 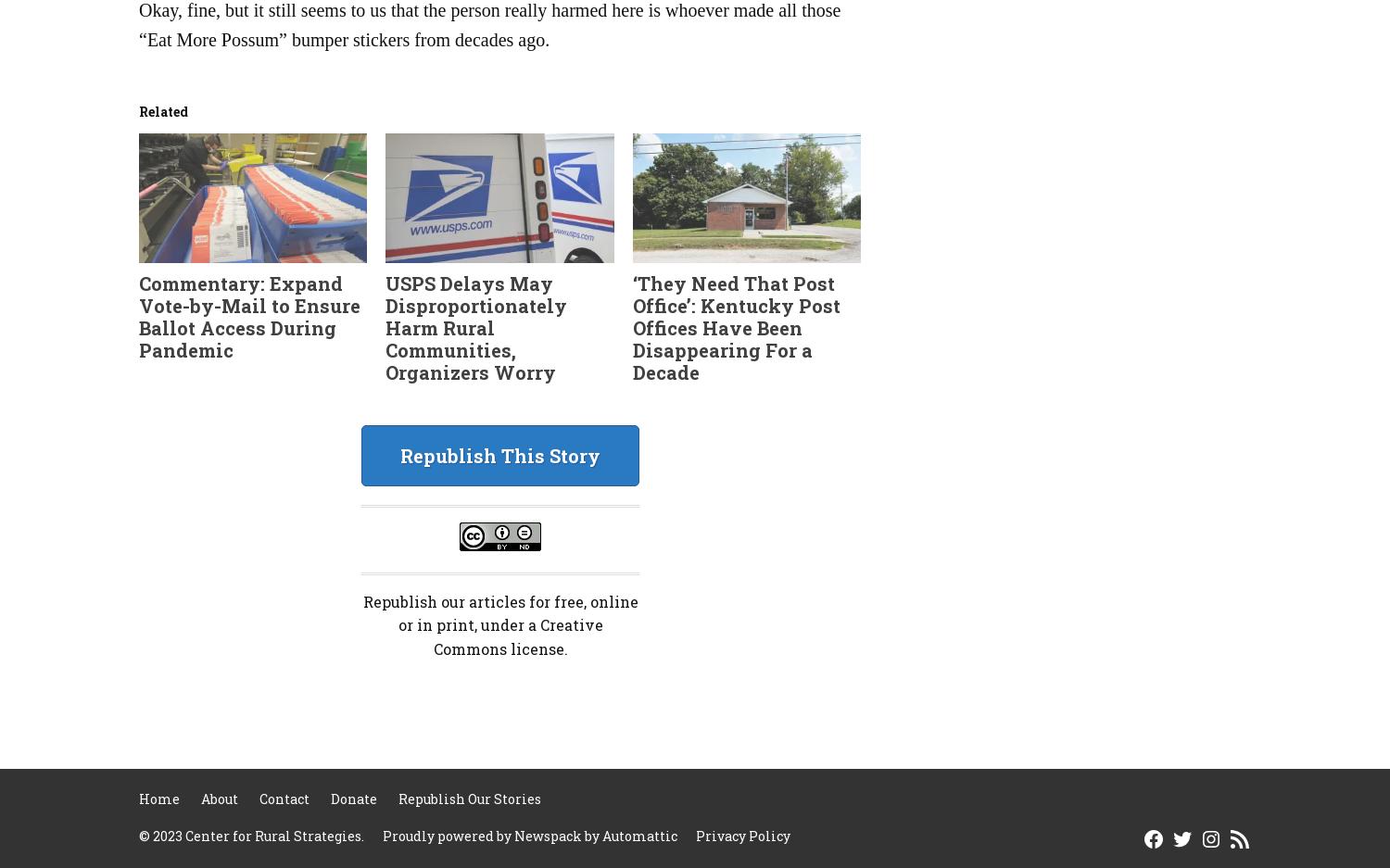 I want to click on 'Home', so click(x=159, y=799).